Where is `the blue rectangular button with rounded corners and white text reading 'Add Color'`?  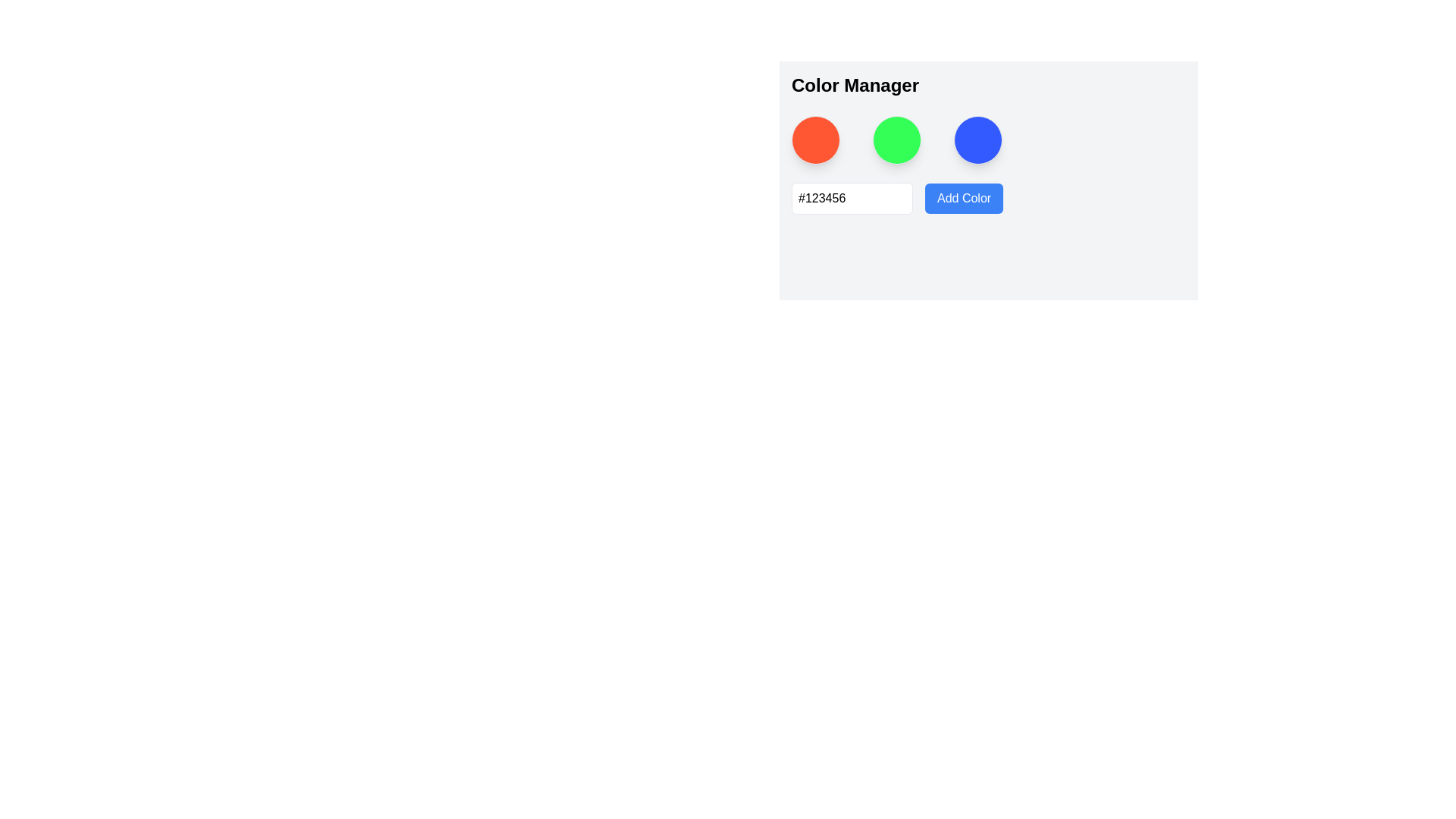
the blue rectangular button with rounded corners and white text reading 'Add Color' is located at coordinates (963, 198).